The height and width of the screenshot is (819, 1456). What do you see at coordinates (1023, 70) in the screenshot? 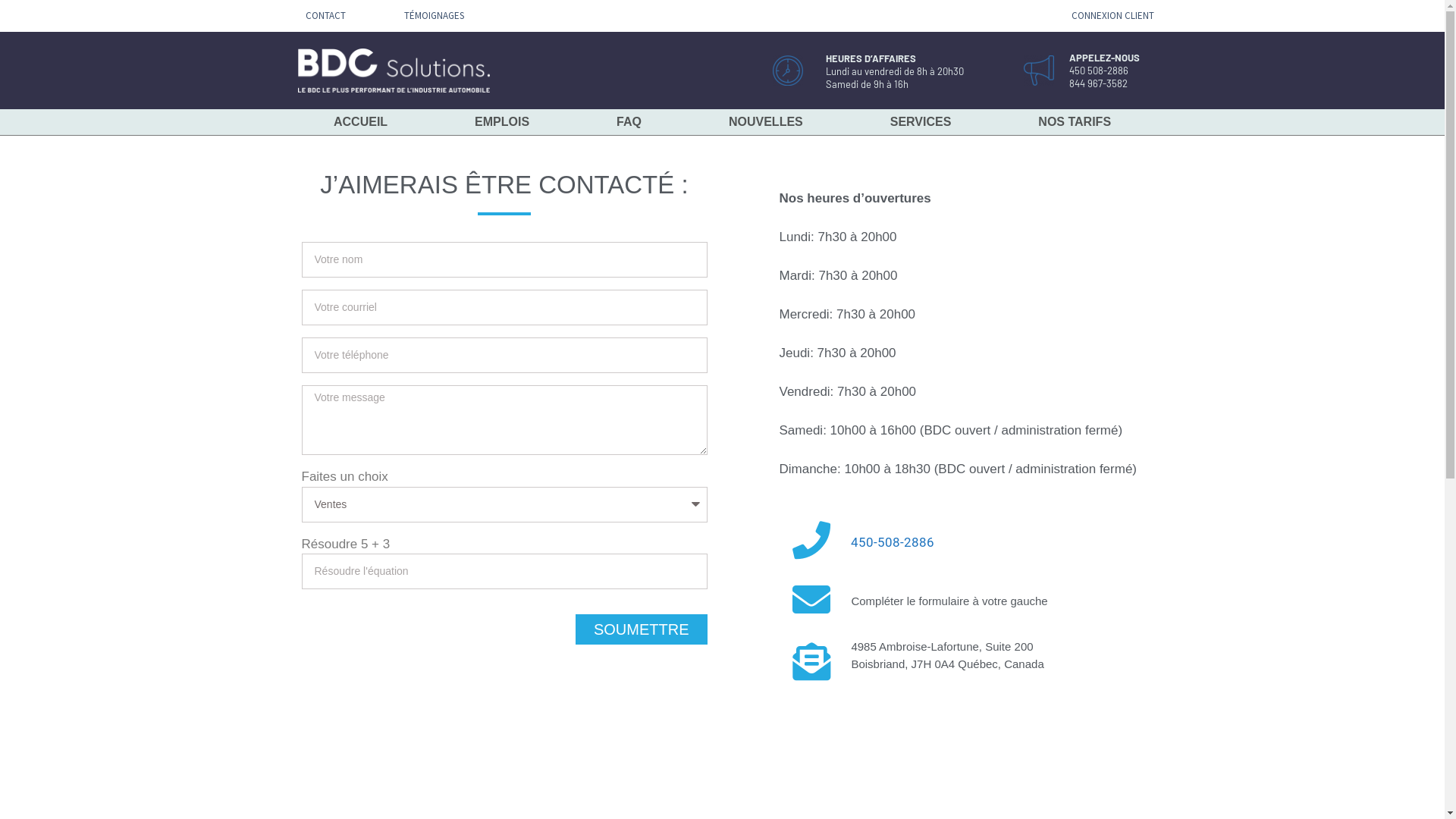
I see `'appelez'` at bounding box center [1023, 70].